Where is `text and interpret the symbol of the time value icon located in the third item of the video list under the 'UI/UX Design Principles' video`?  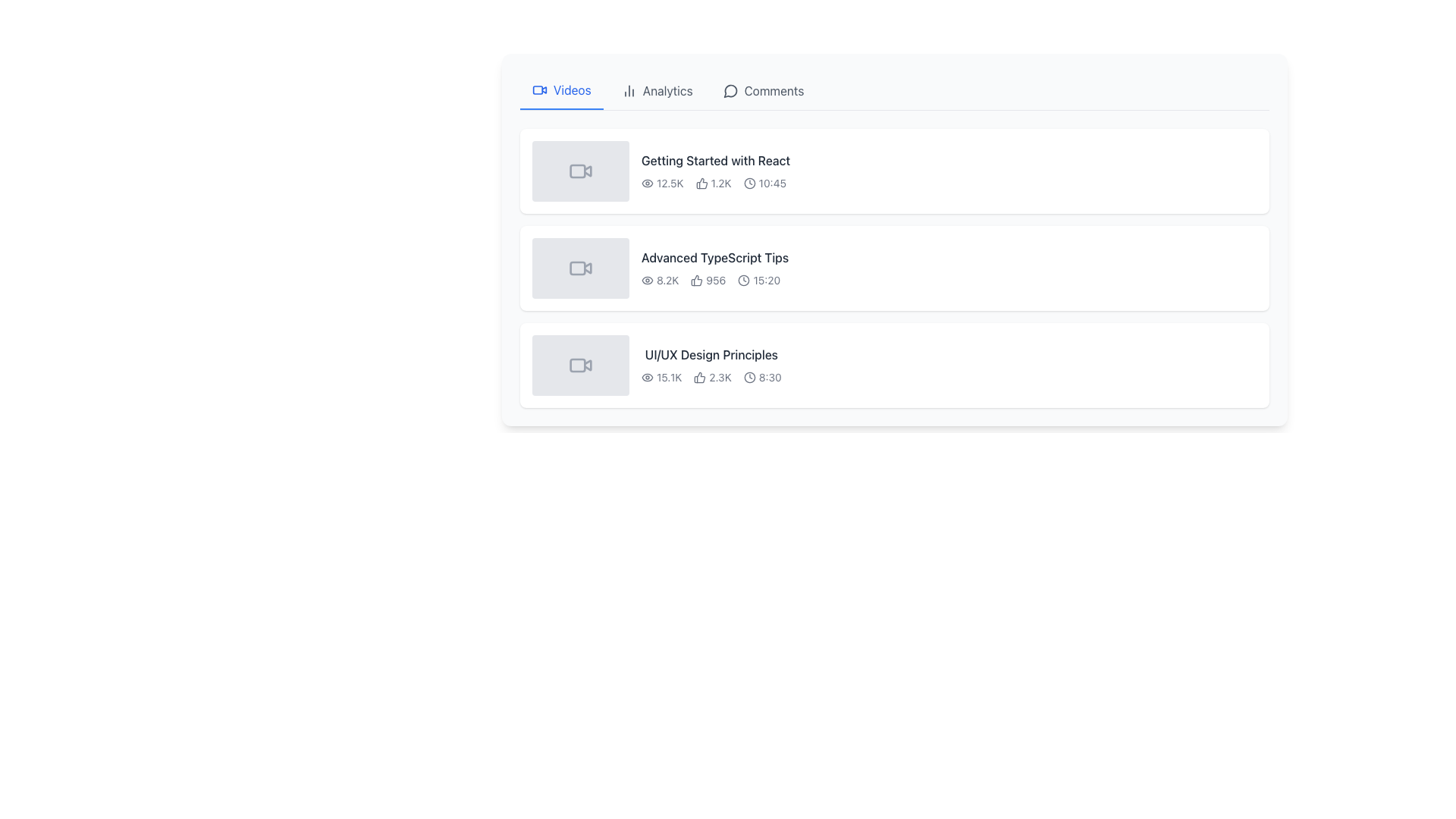
text and interpret the symbol of the time value icon located in the third item of the video list under the 'UI/UX Design Principles' video is located at coordinates (762, 376).